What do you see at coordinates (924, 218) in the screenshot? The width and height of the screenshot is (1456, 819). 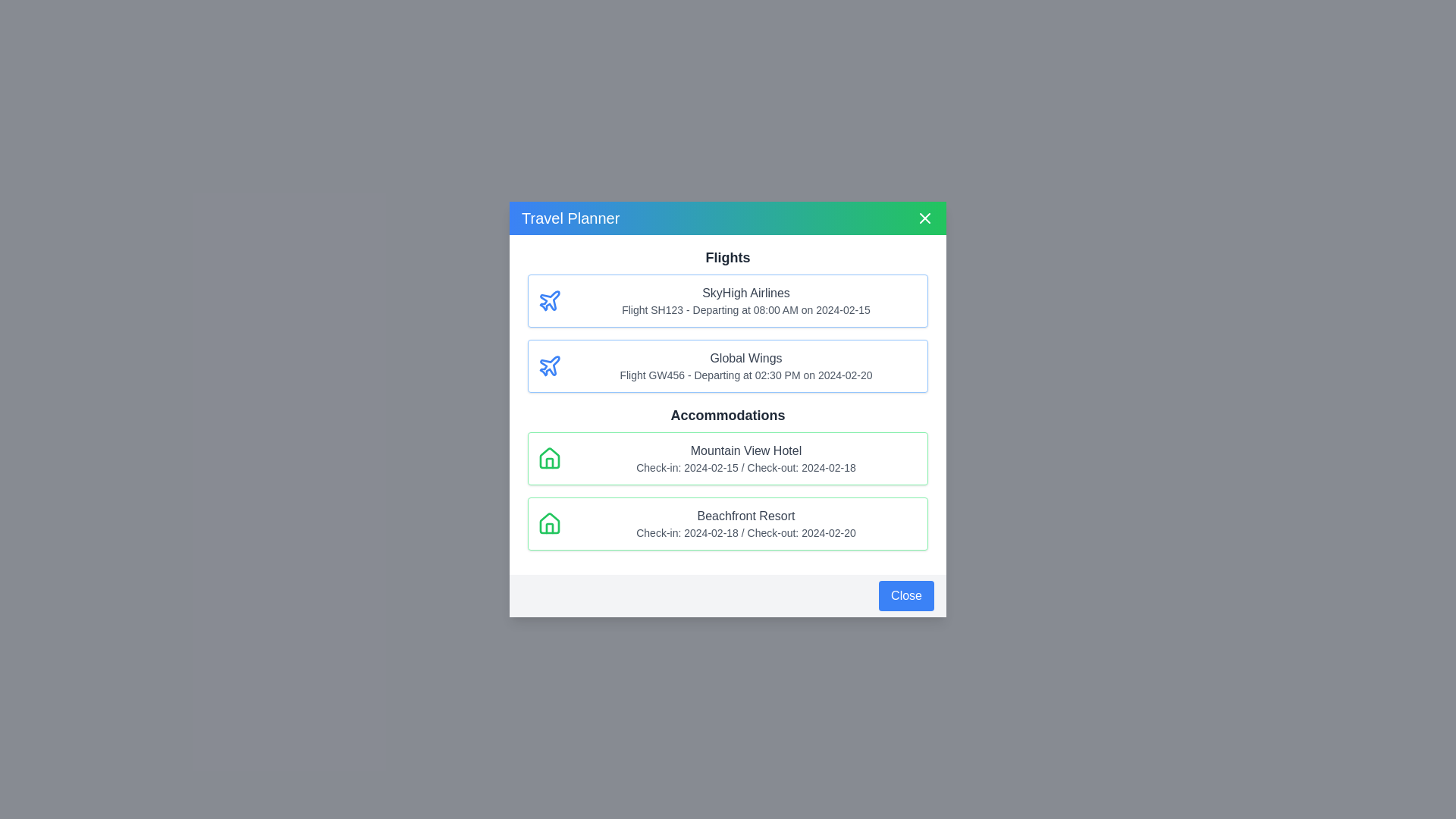 I see `the close button located in the top-right corner of the 'Travel Planner' modal` at bounding box center [924, 218].